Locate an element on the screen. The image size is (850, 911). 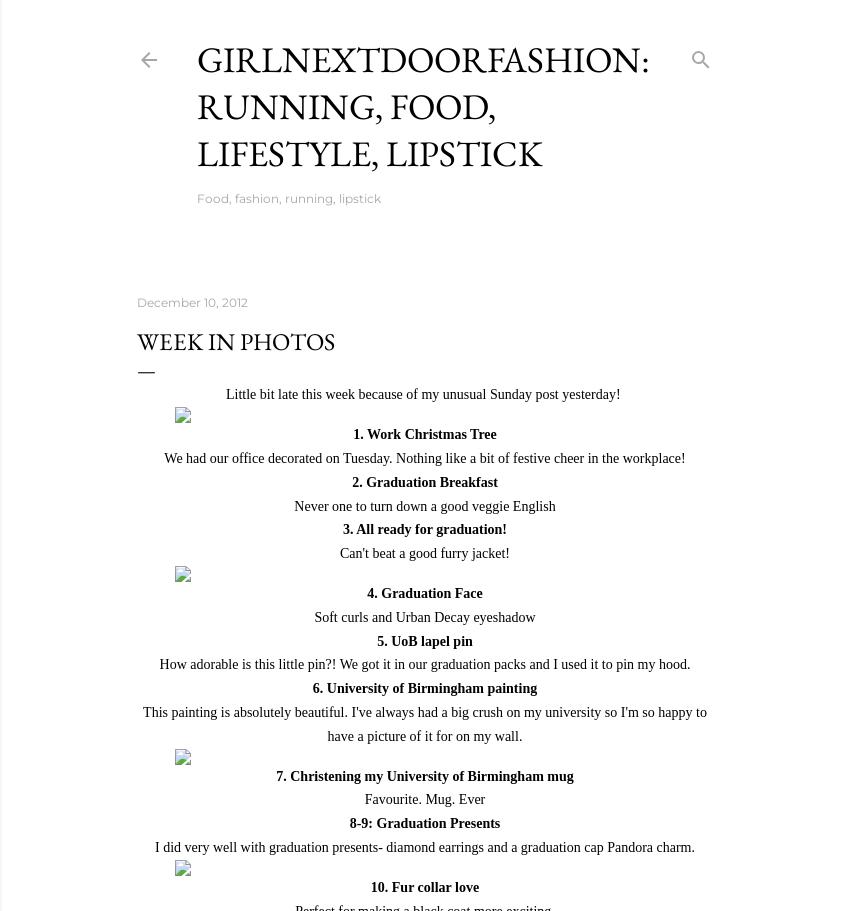
'This painting is absolutely beautiful. I've always had a big crush on my university so I'm so happy to have a picture of it for on my wall.' is located at coordinates (424, 723).